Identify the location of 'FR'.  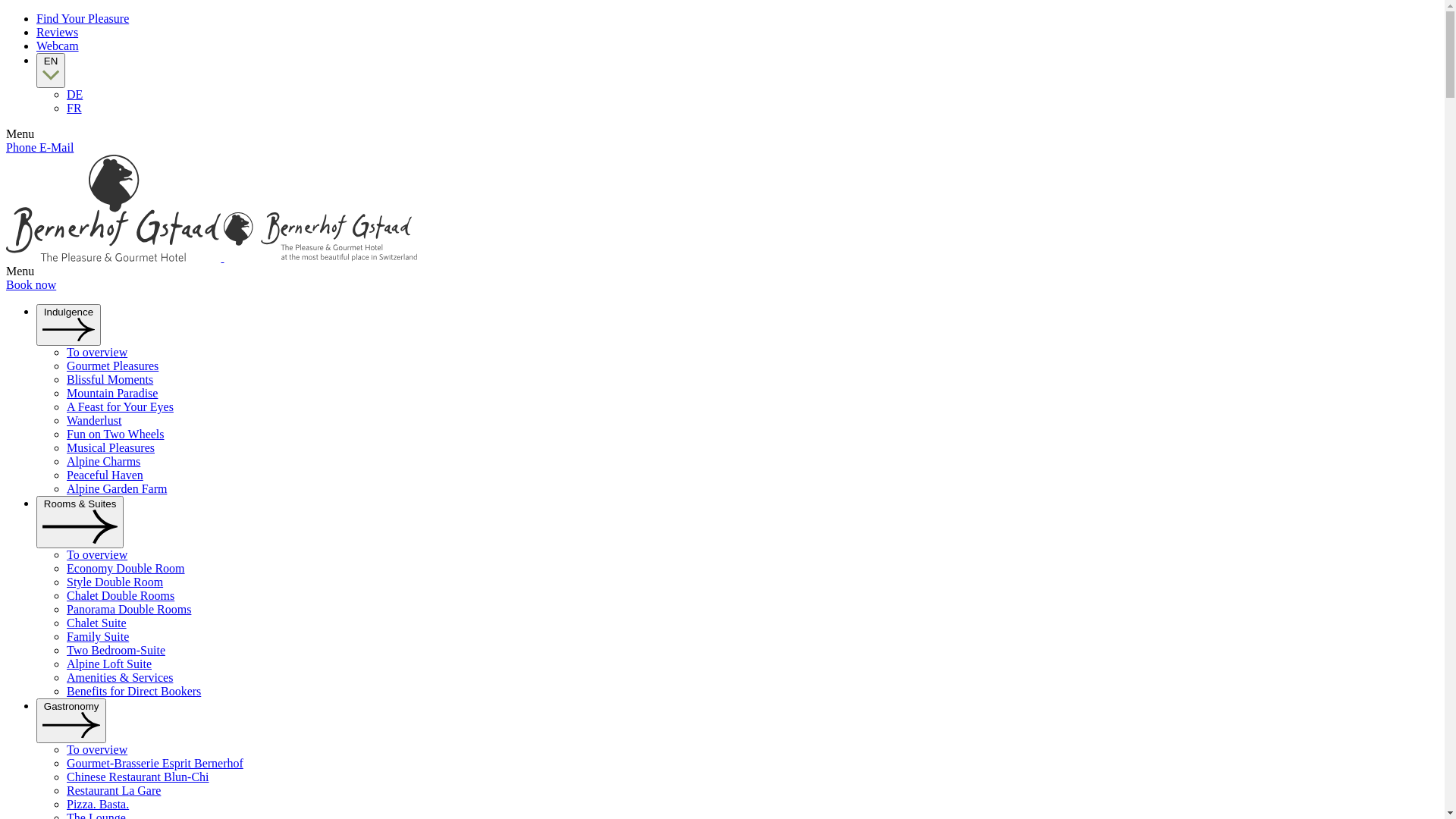
(73, 107).